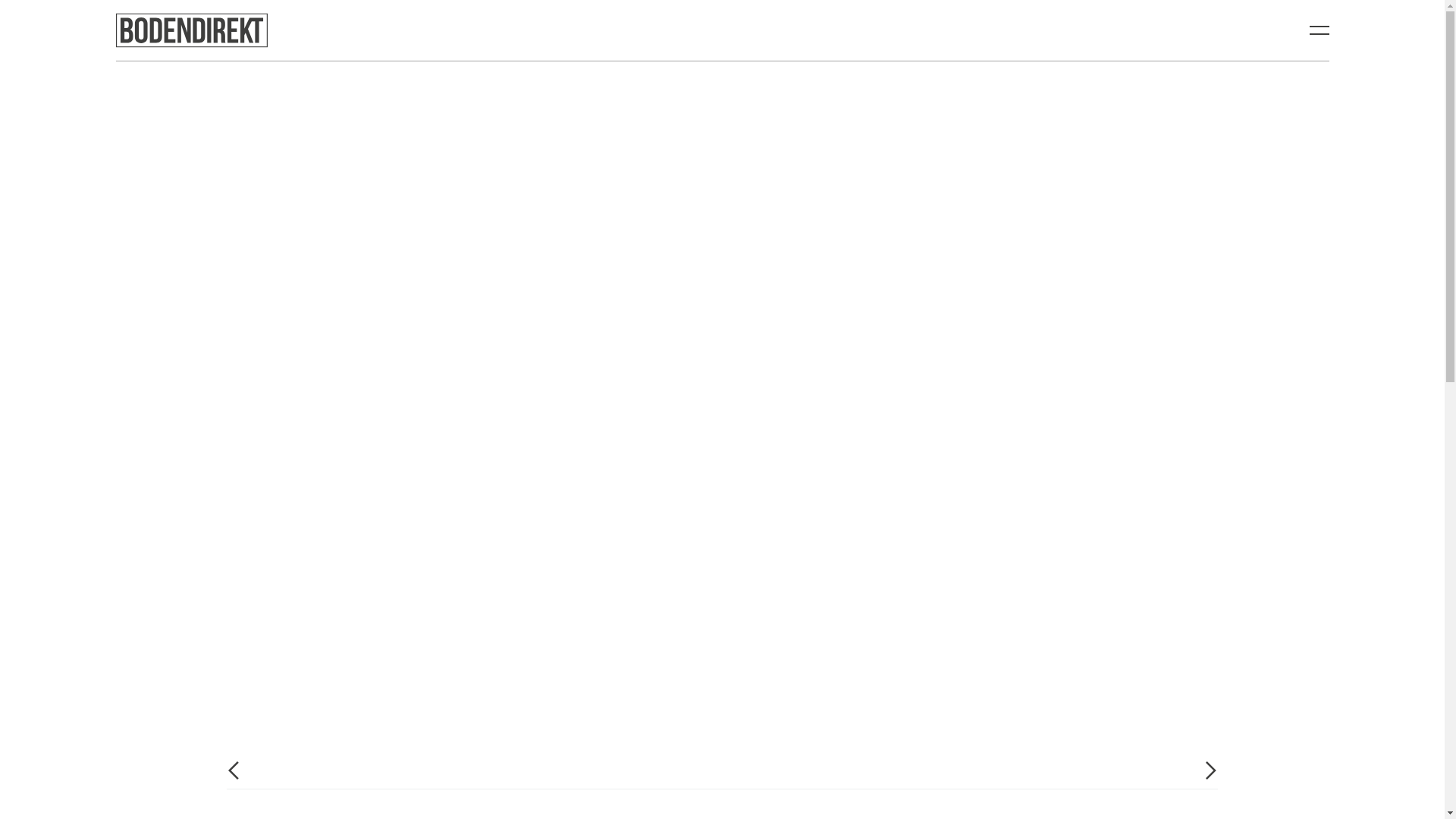 The image size is (1456, 819). Describe the element at coordinates (1318, 30) in the screenshot. I see `'Kategorie-Navigation anzeigen'` at that location.